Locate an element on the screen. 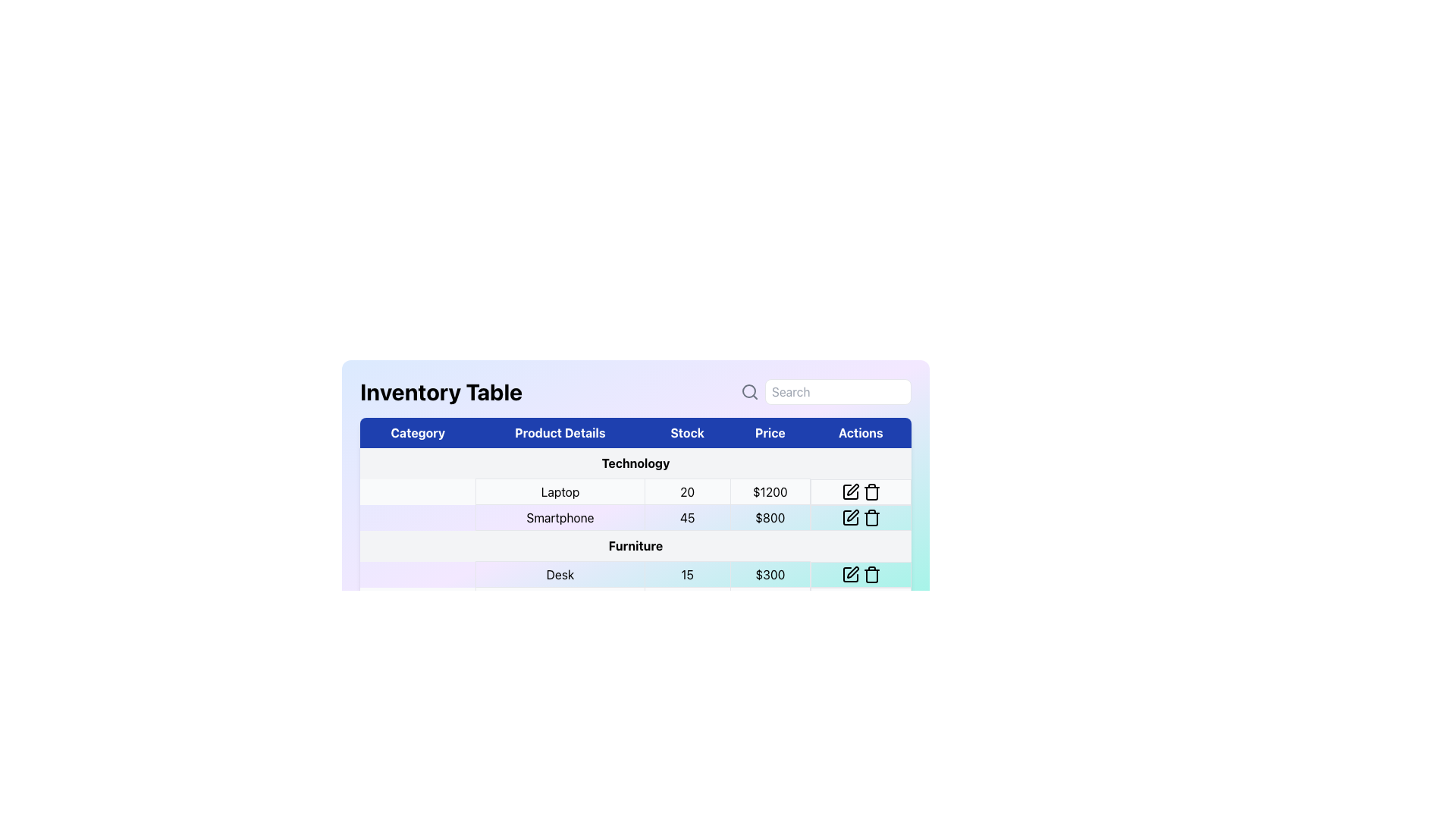  the trash bin icon subcomponent in the second row of the 'Actions' column, associated with the 'Smartphone' product is located at coordinates (871, 518).